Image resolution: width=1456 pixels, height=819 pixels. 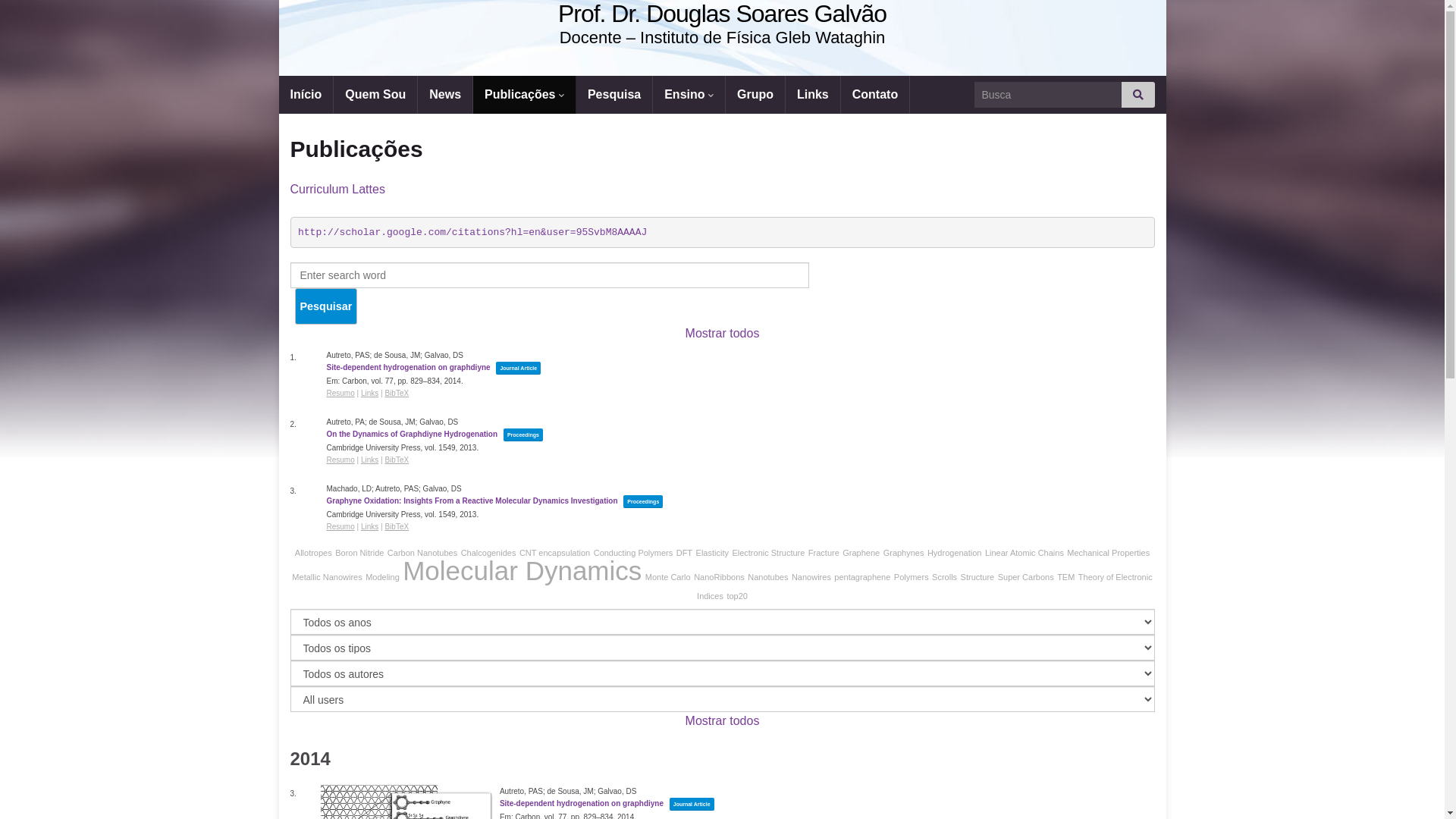 I want to click on 'Allotropes', so click(x=312, y=553).